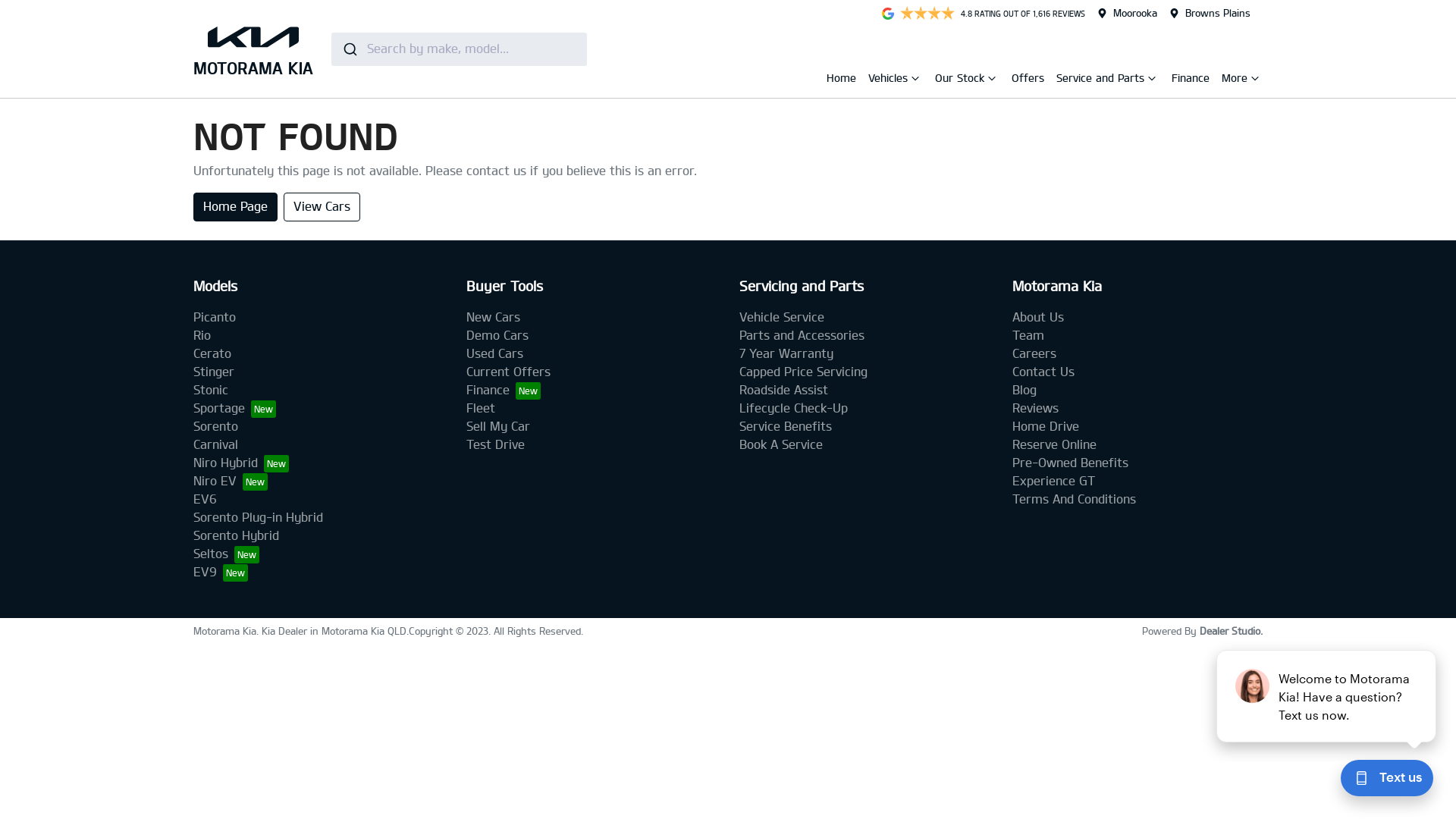 This screenshot has height=819, width=1456. I want to click on 'Blog', so click(1024, 389).